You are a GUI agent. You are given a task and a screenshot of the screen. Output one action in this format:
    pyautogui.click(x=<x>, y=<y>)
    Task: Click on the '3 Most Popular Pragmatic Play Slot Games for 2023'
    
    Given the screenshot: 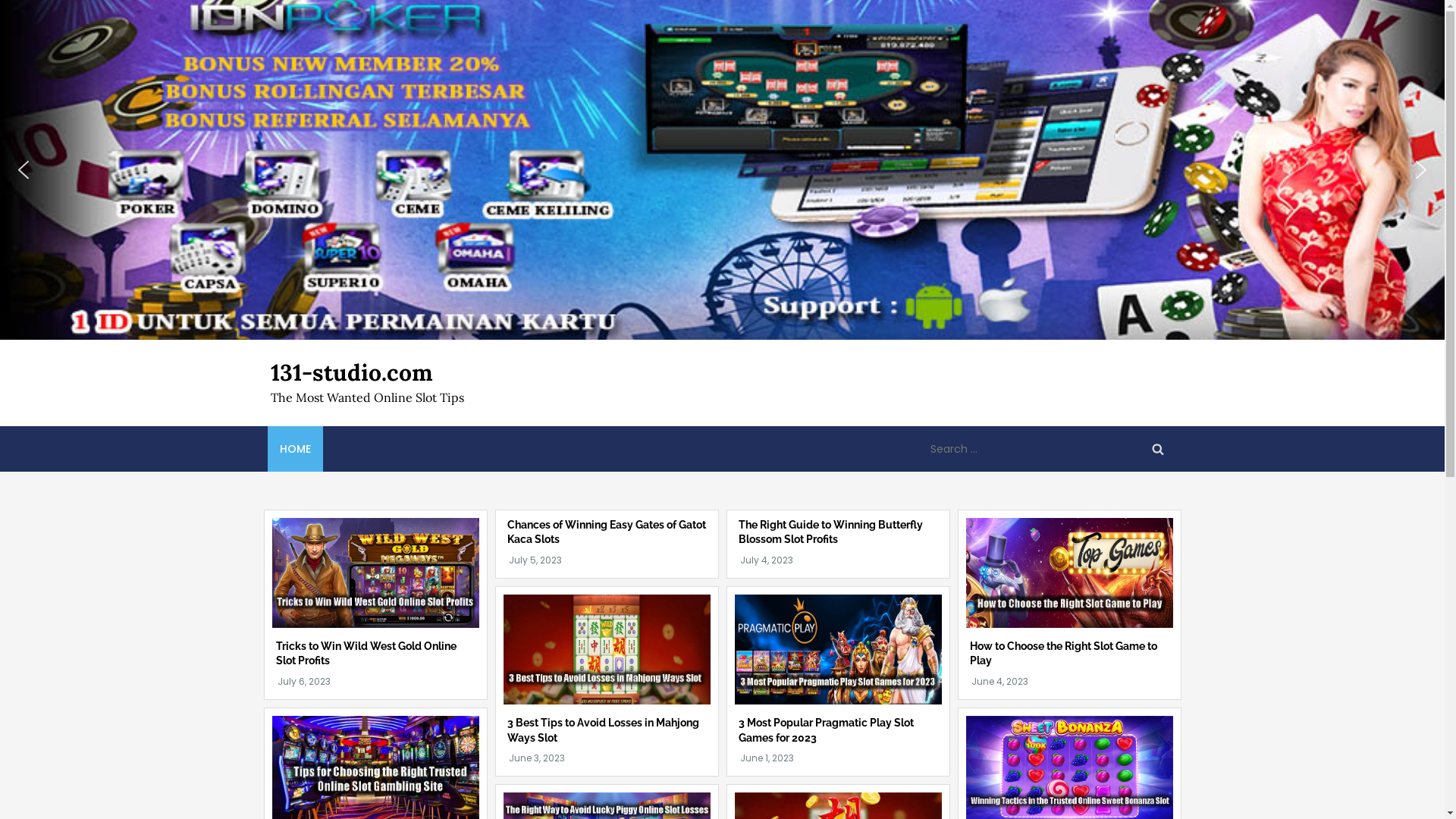 What is the action you would take?
    pyautogui.click(x=825, y=730)
    